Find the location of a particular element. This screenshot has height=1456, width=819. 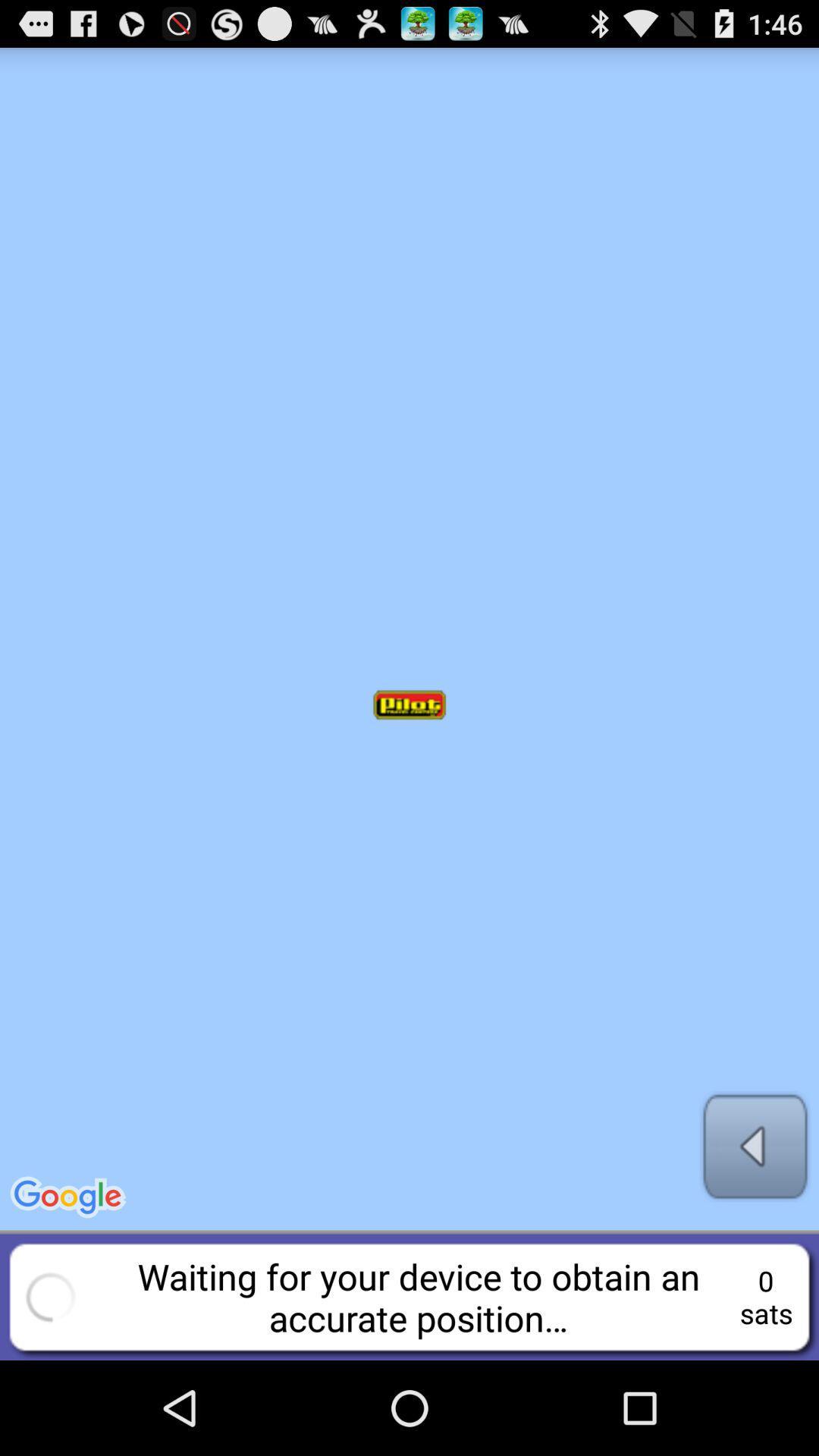

the arrow_backward icon is located at coordinates (755, 1227).